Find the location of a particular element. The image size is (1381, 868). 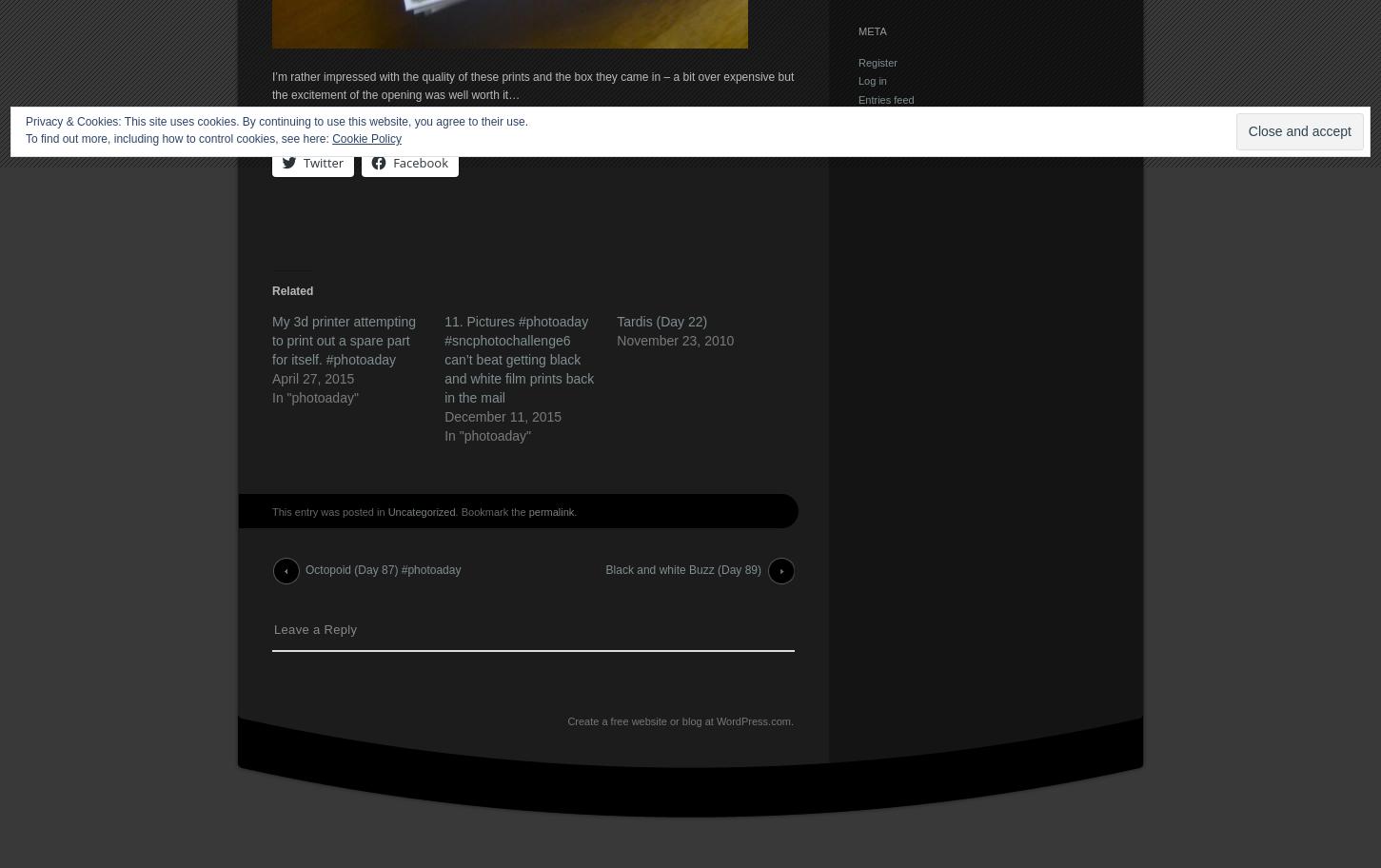

'Post navigation' is located at coordinates (330, 563).